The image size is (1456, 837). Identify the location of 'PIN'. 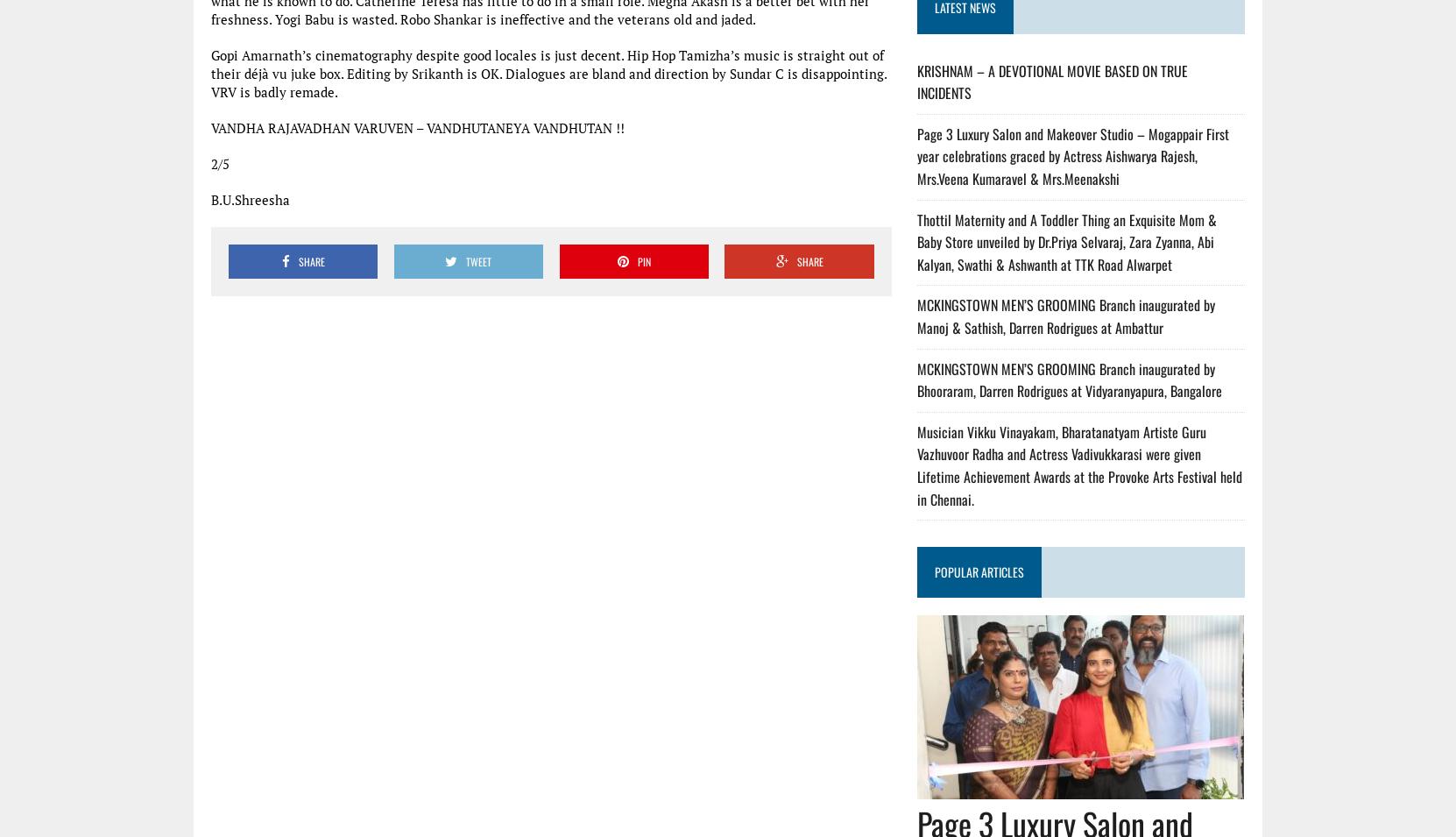
(642, 261).